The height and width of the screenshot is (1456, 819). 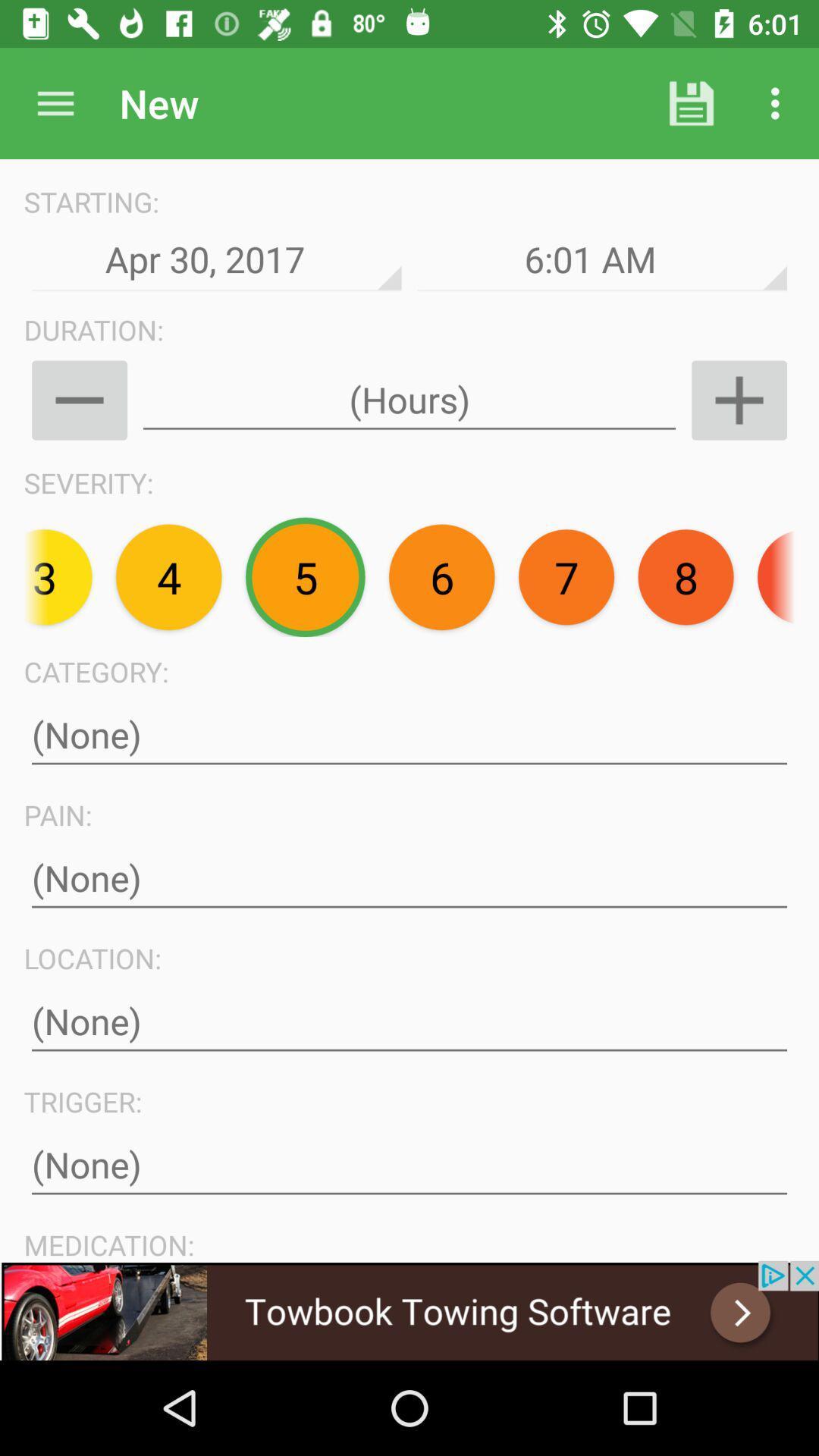 What do you see at coordinates (409, 735) in the screenshot?
I see `the text field below category` at bounding box center [409, 735].